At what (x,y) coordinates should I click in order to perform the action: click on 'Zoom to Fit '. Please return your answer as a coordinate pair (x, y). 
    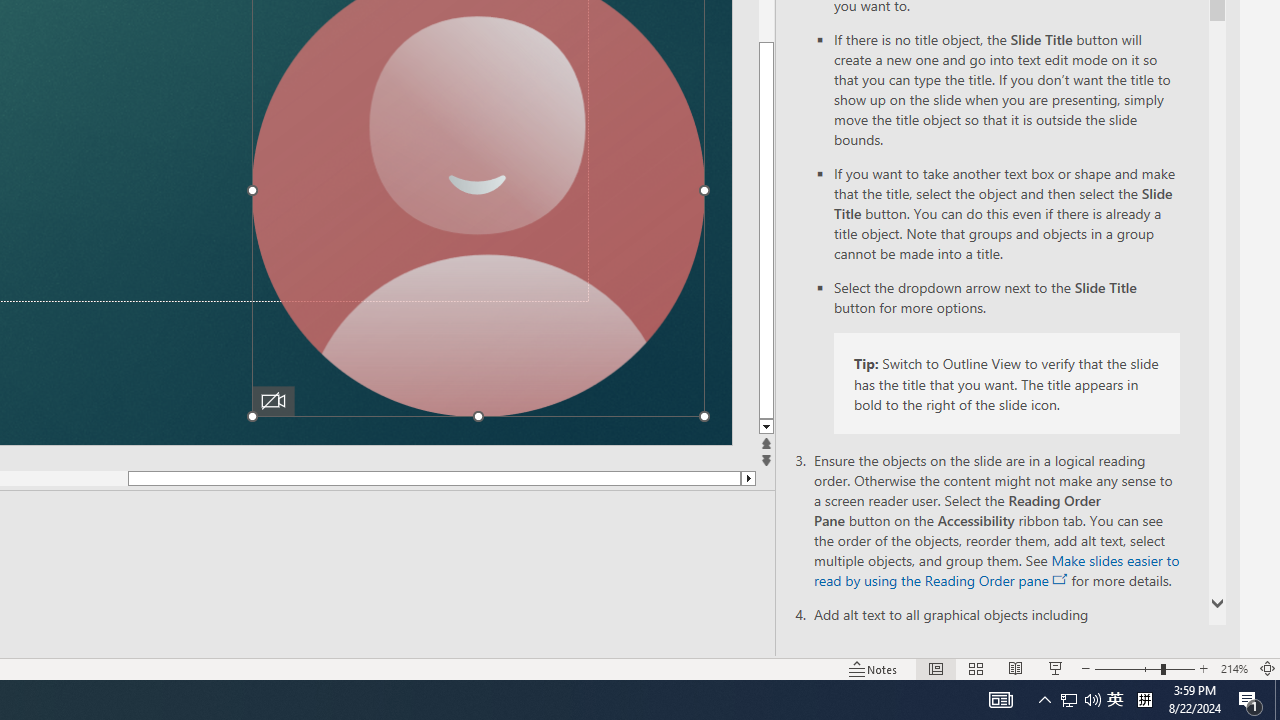
    Looking at the image, I should click on (1266, 669).